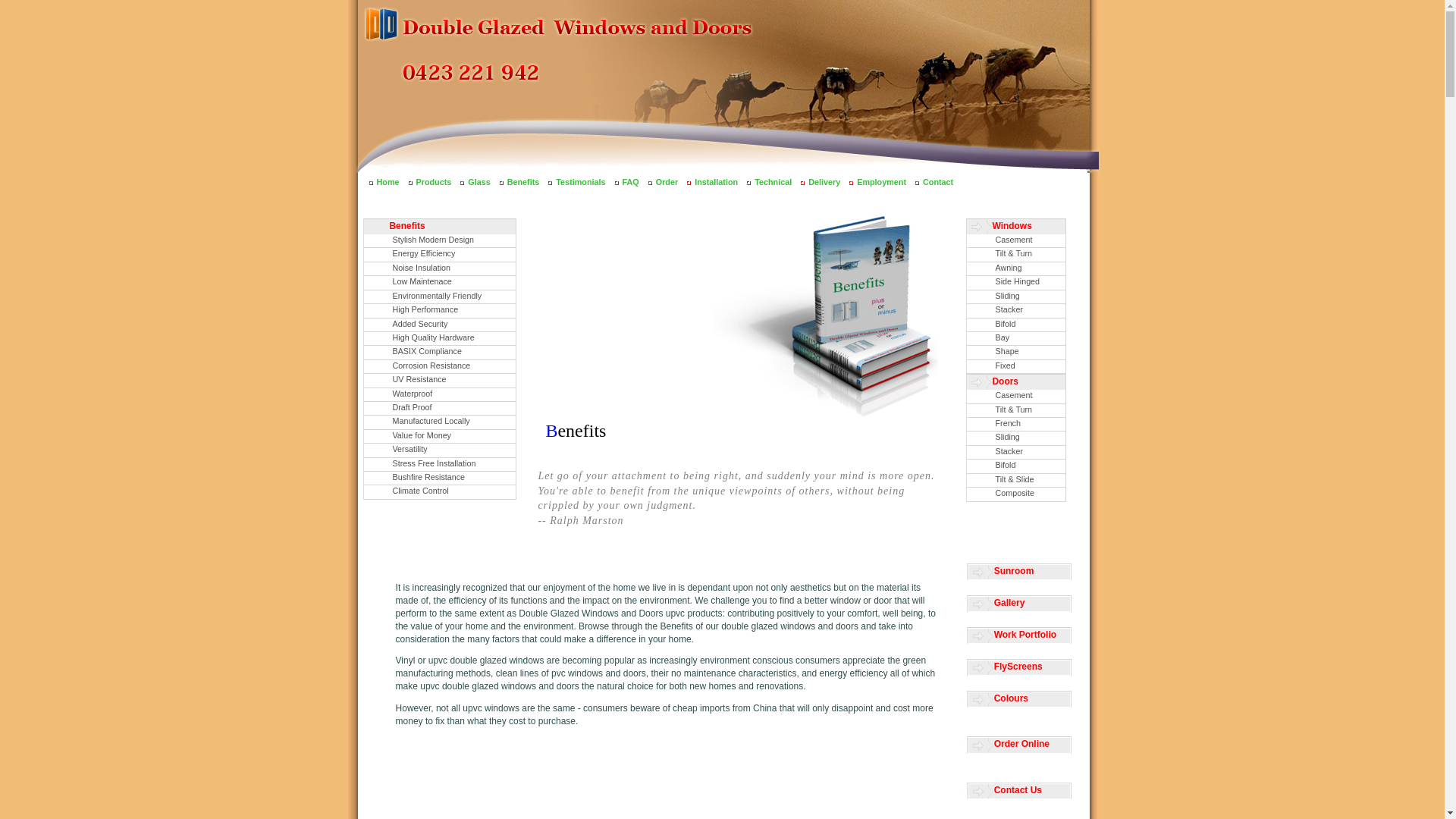  What do you see at coordinates (364, 282) in the screenshot?
I see `'Low Maintenace'` at bounding box center [364, 282].